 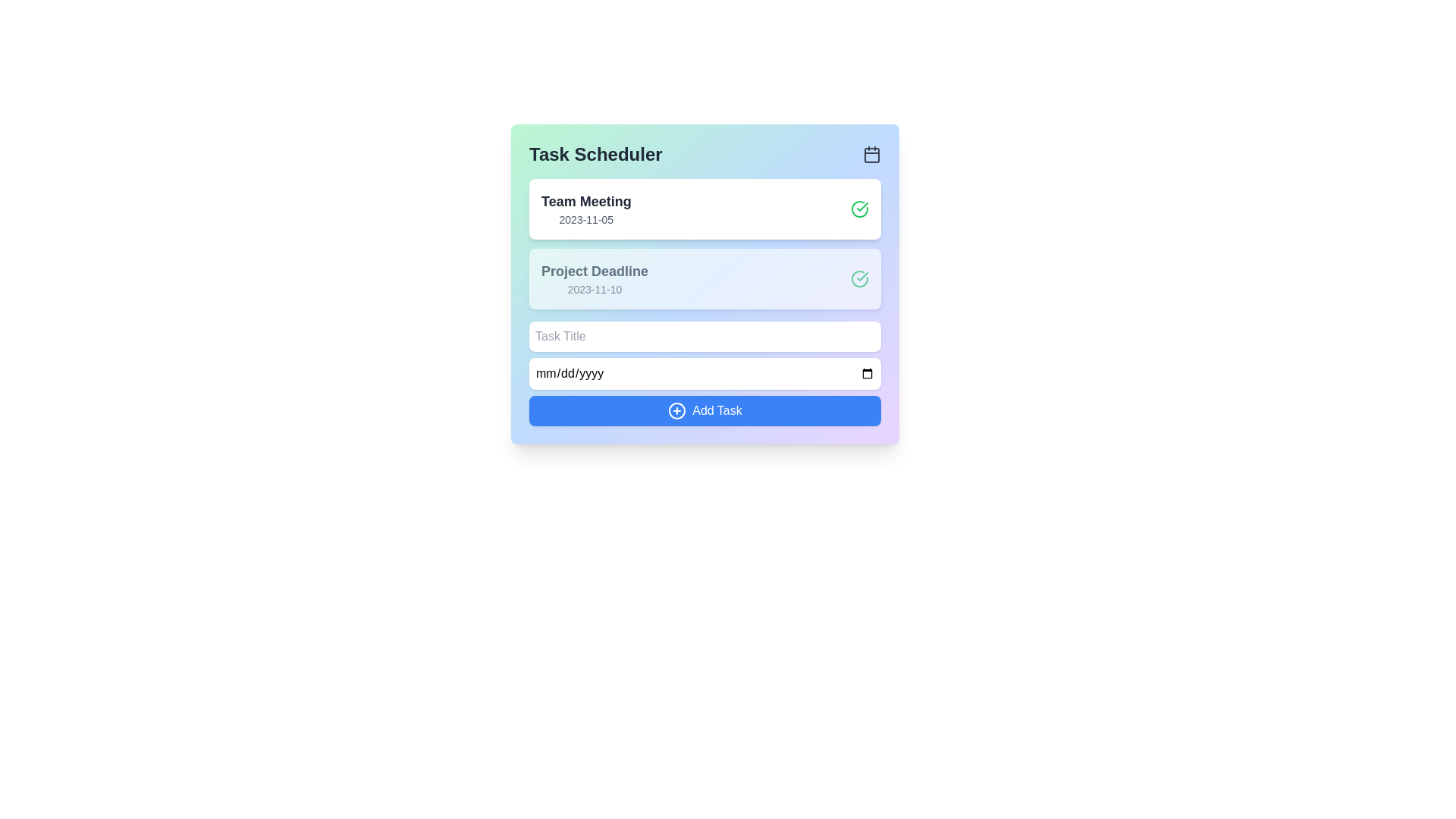 I want to click on scheduled date for the 'Team Meeting' task displayed in the second row of the 'Task Scheduler' section, so click(x=585, y=219).